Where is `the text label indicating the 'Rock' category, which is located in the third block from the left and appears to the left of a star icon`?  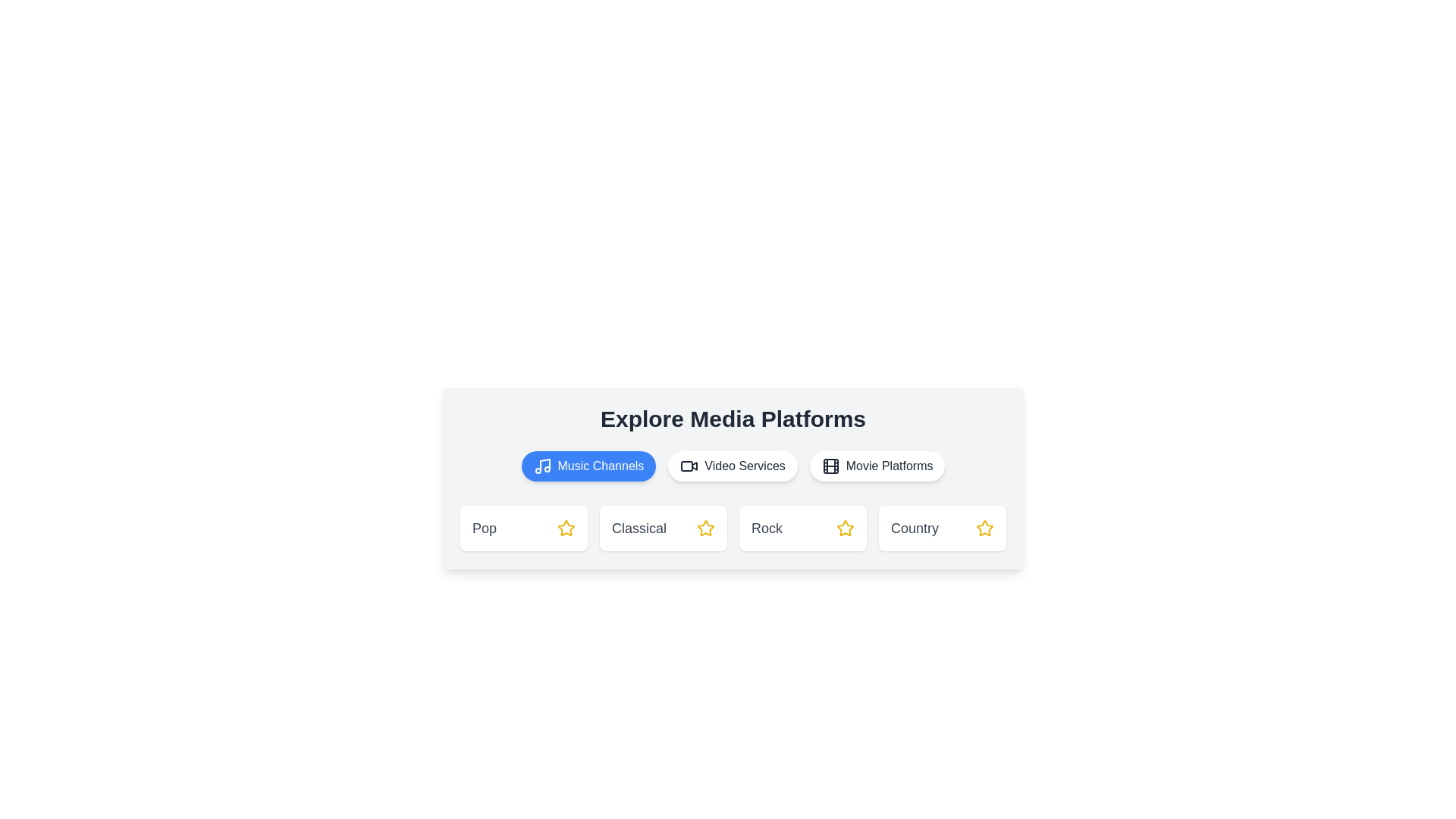
the text label indicating the 'Rock' category, which is located in the third block from the left and appears to the left of a star icon is located at coordinates (767, 528).